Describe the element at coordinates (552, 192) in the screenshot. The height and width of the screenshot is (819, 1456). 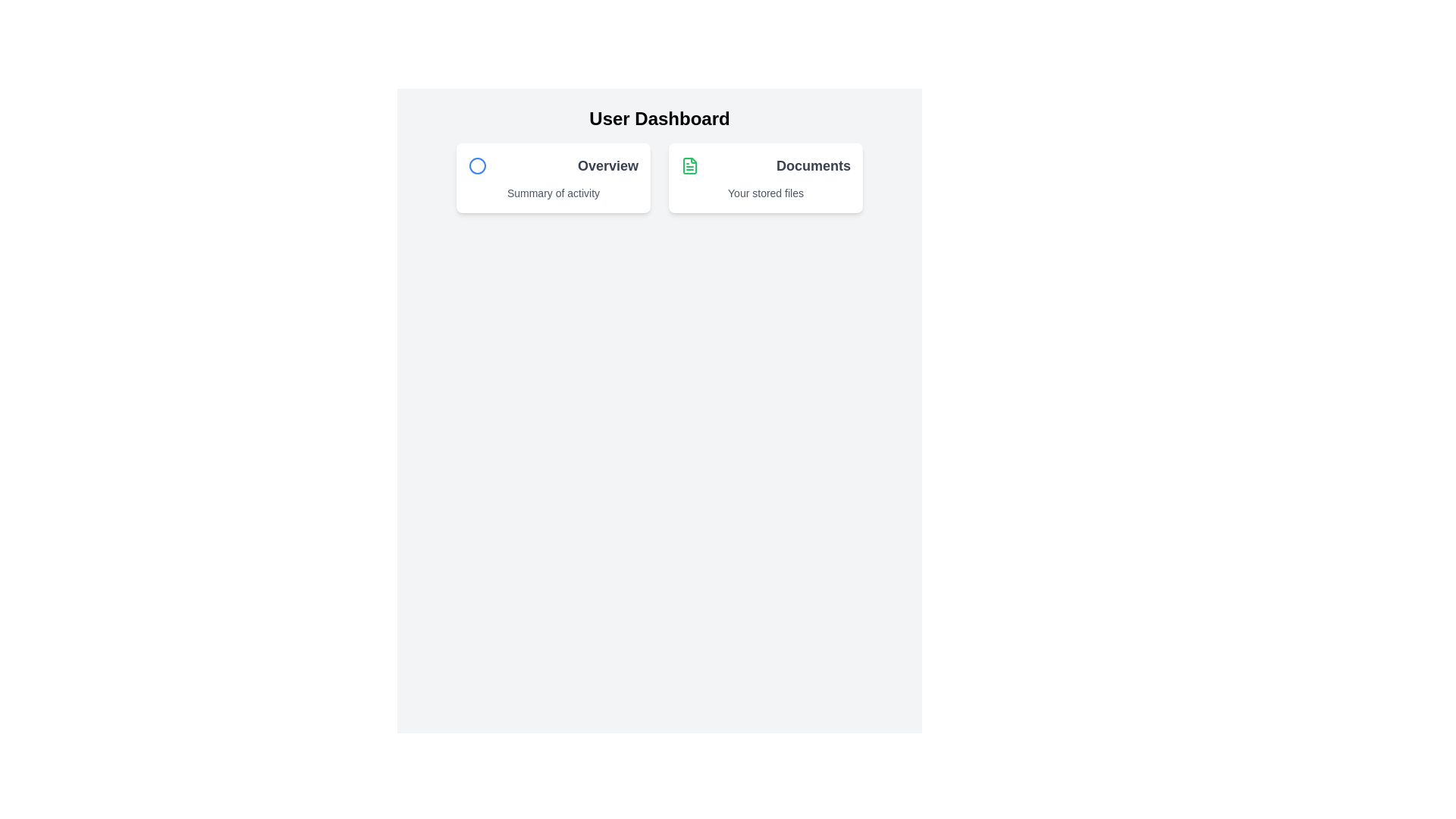
I see `the text label displaying 'Summary of activity', which is styled in gray and located under the 'Overview' heading within its card-like section` at that location.